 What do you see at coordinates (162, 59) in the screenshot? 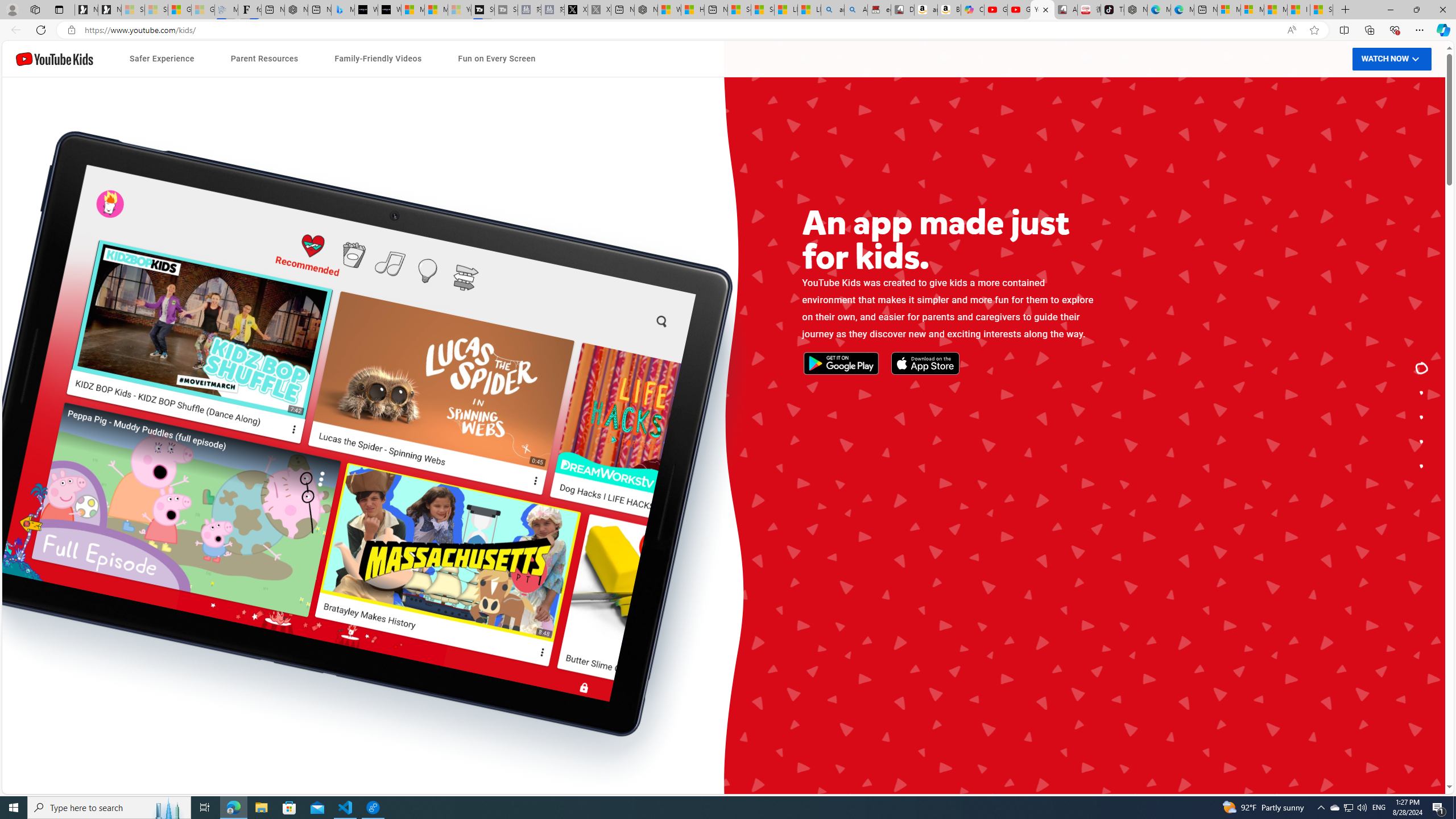
I see `'Safer Experience'` at bounding box center [162, 59].